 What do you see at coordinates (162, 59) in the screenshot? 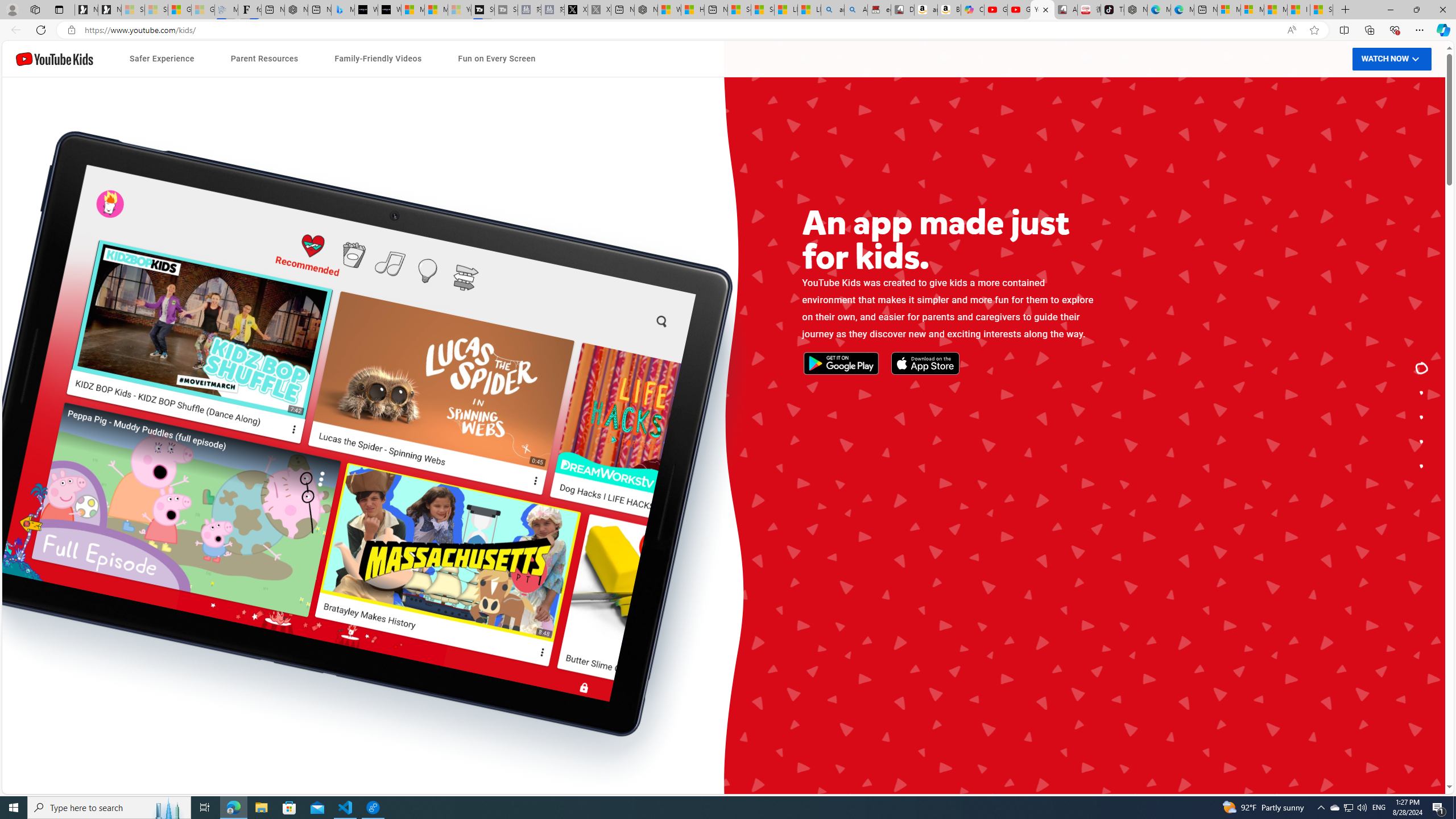
I see `'Safer Experience'` at bounding box center [162, 59].